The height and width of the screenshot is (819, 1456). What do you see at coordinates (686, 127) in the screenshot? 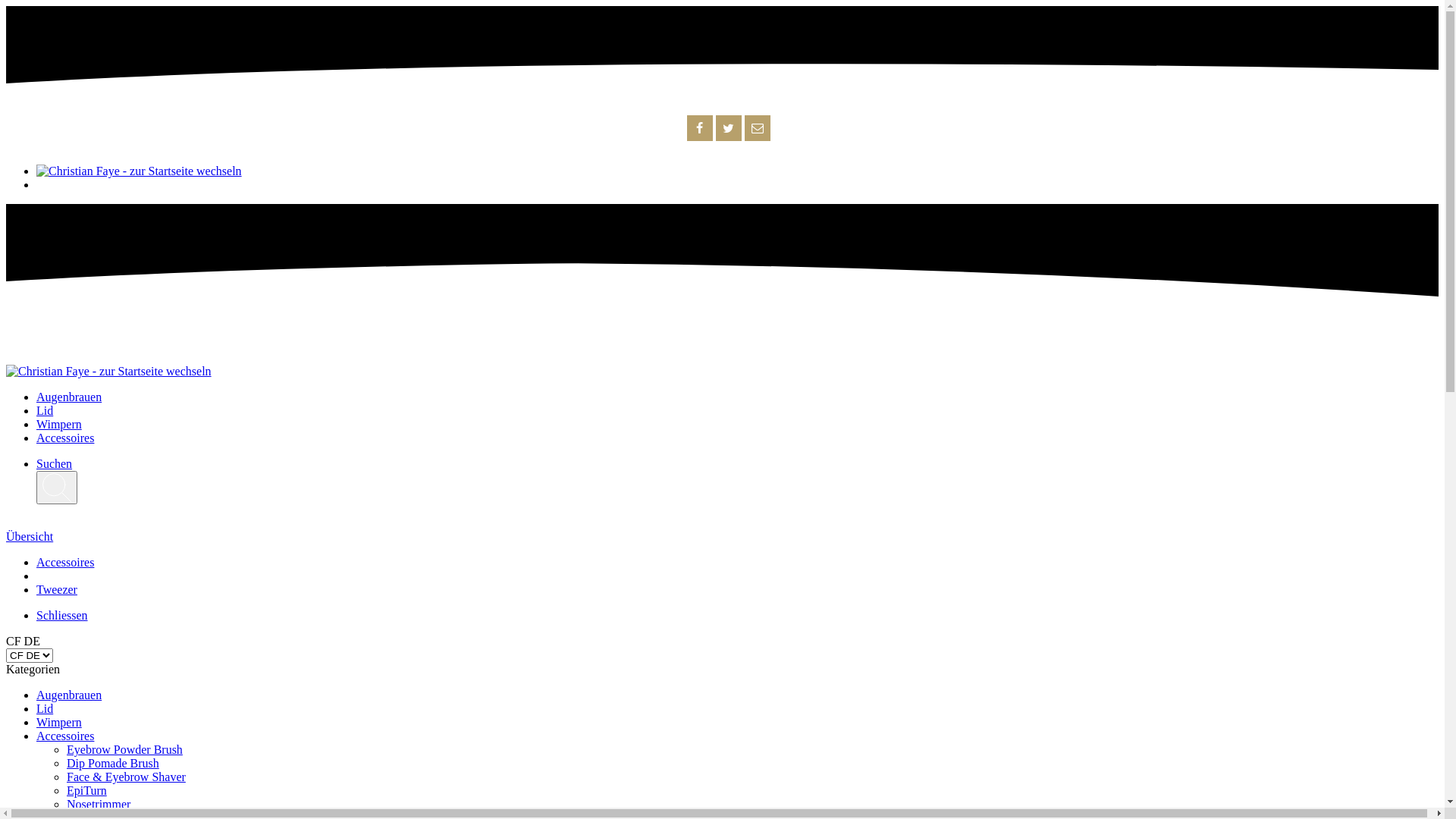
I see `'Facebook'` at bounding box center [686, 127].